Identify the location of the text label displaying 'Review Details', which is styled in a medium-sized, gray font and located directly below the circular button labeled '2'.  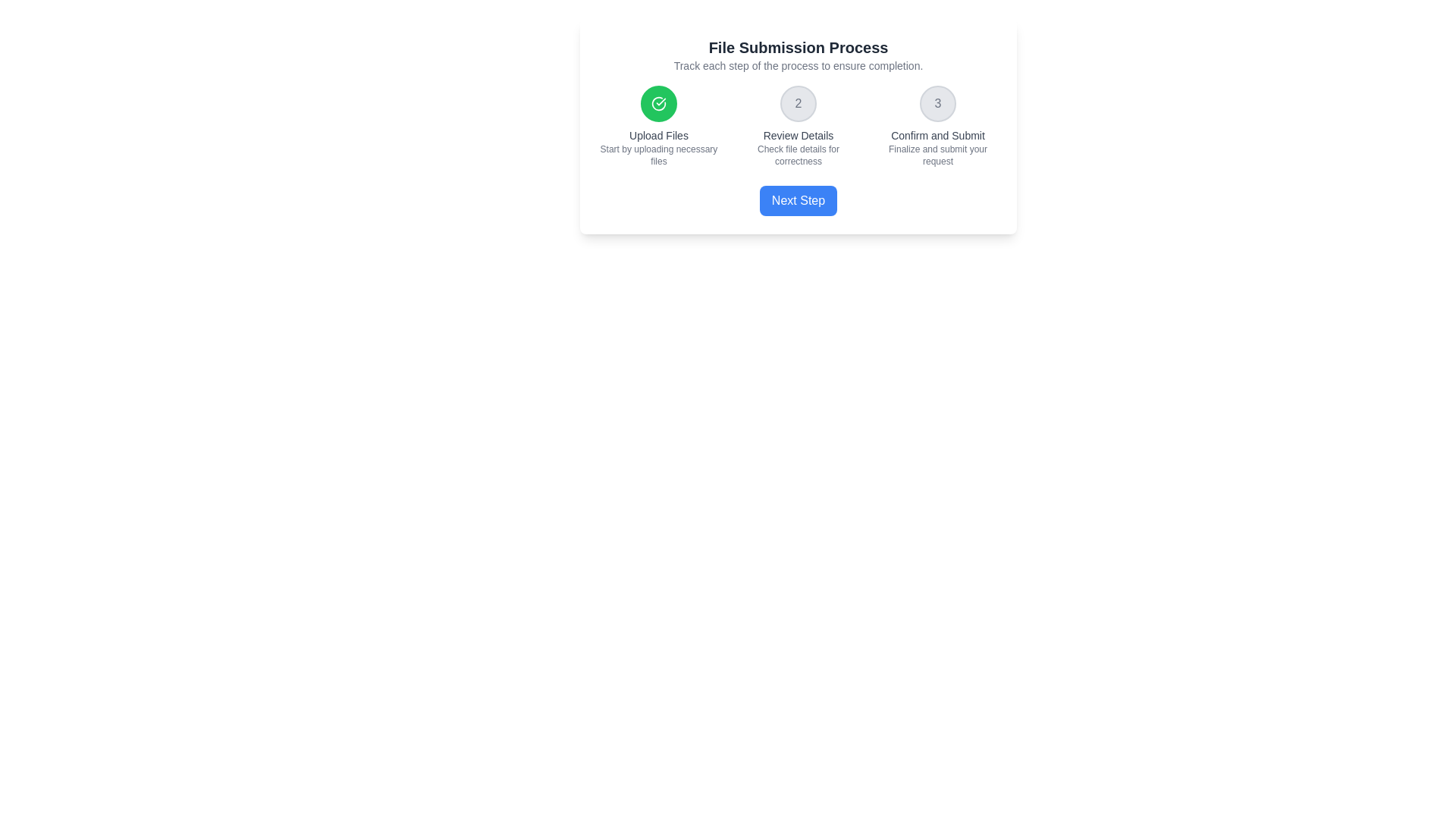
(797, 134).